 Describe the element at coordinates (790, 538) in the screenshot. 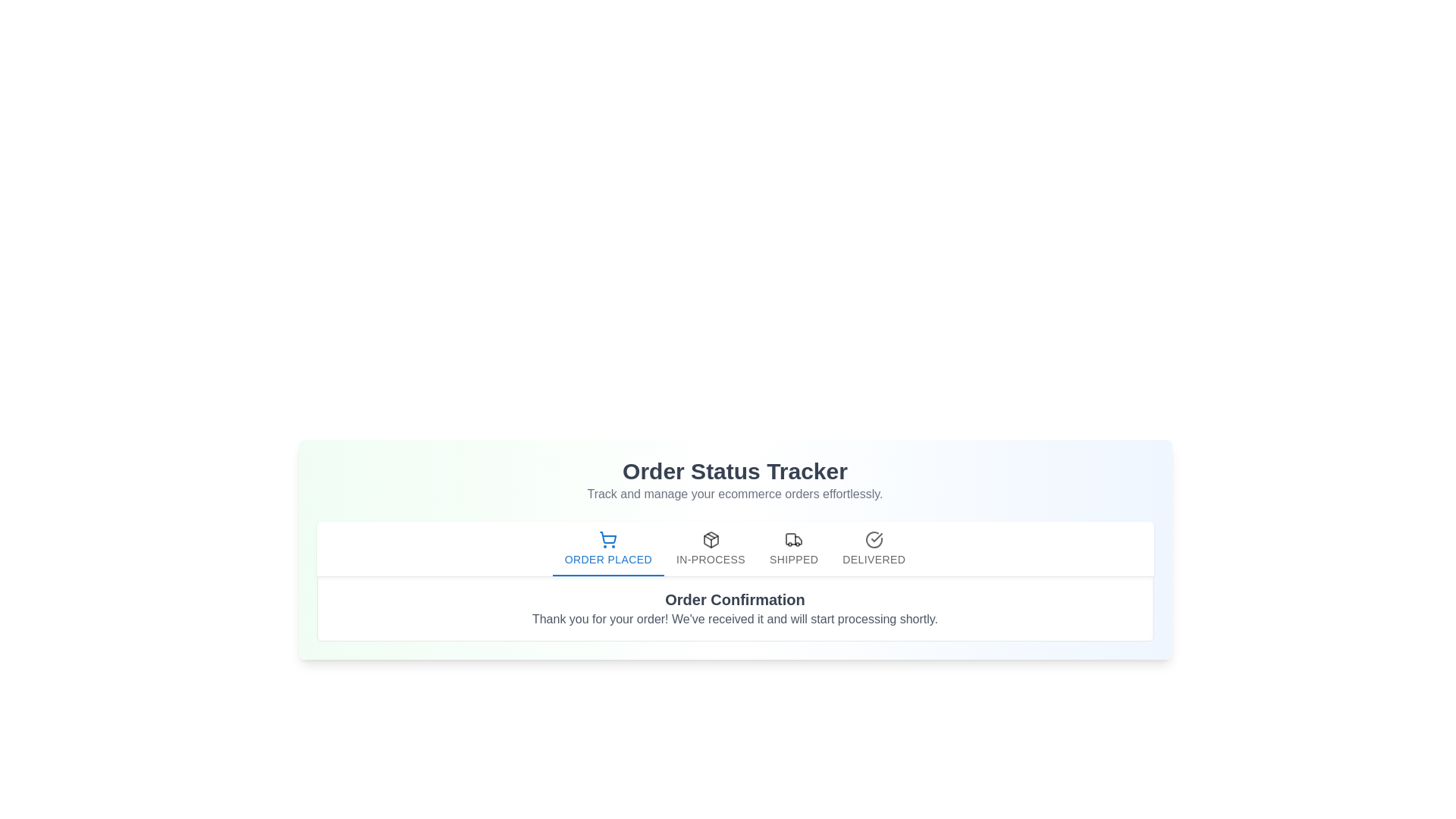

I see `the truck icon representing the 'Shipped' status in the order tracking interface` at that location.